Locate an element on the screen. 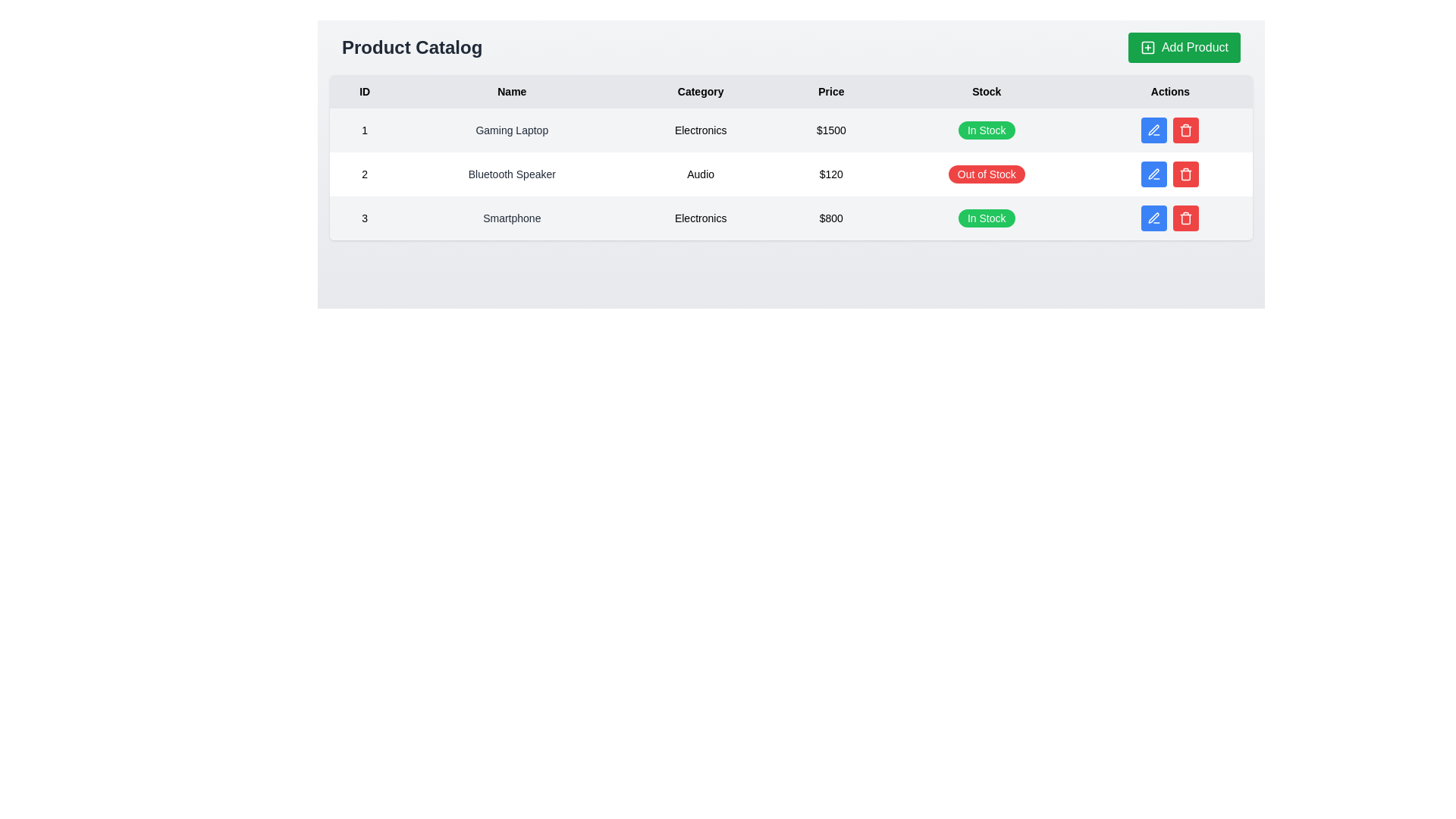 The width and height of the screenshot is (1456, 819). the 'Price' text label, which is the fourth column header in a table layout, located between 'Category' and 'Stock' is located at coordinates (830, 91).